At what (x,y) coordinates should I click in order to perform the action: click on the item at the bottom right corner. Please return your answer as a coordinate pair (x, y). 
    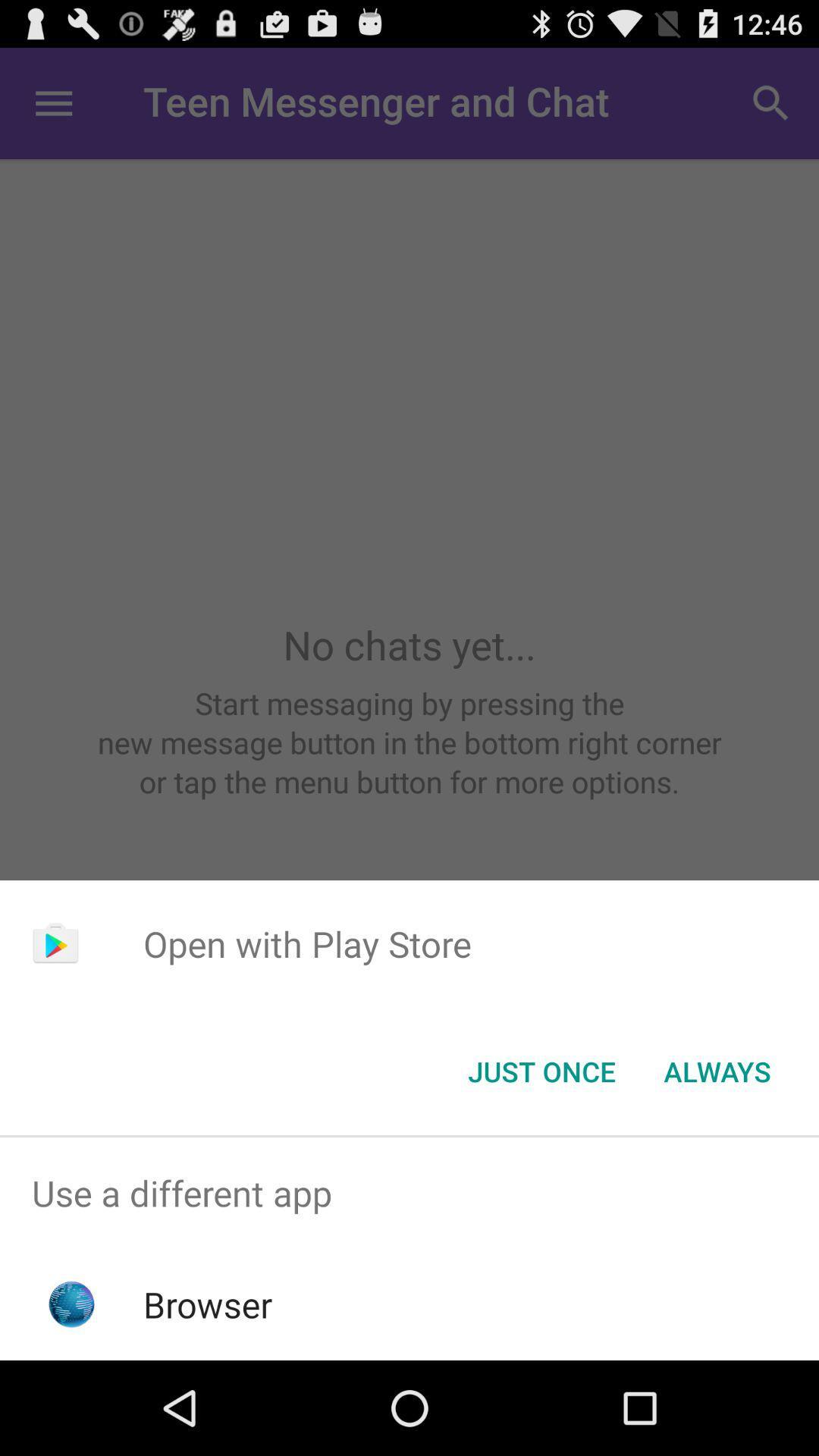
    Looking at the image, I should click on (717, 1070).